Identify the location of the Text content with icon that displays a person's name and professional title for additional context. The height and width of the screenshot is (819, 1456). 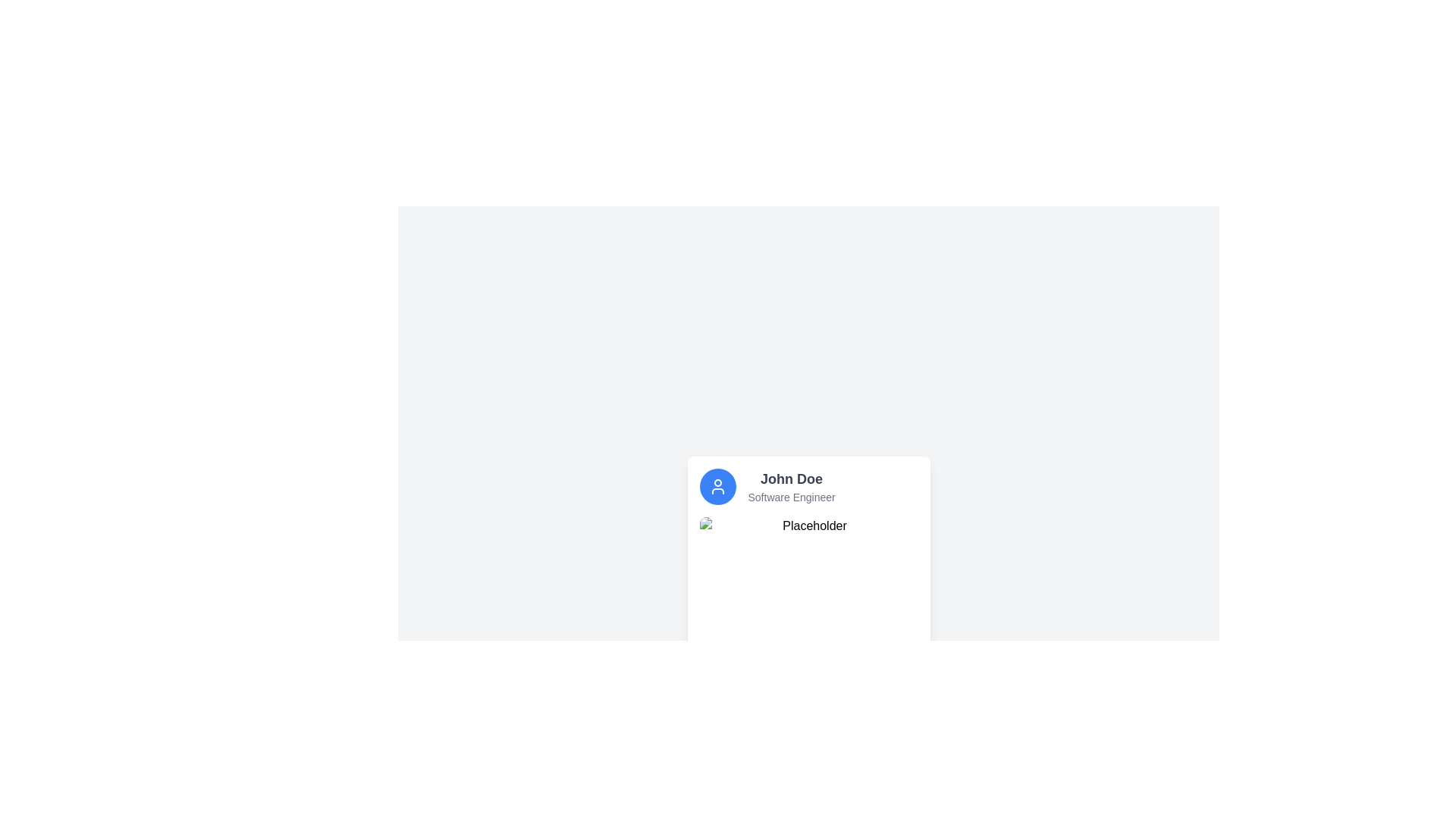
(808, 486).